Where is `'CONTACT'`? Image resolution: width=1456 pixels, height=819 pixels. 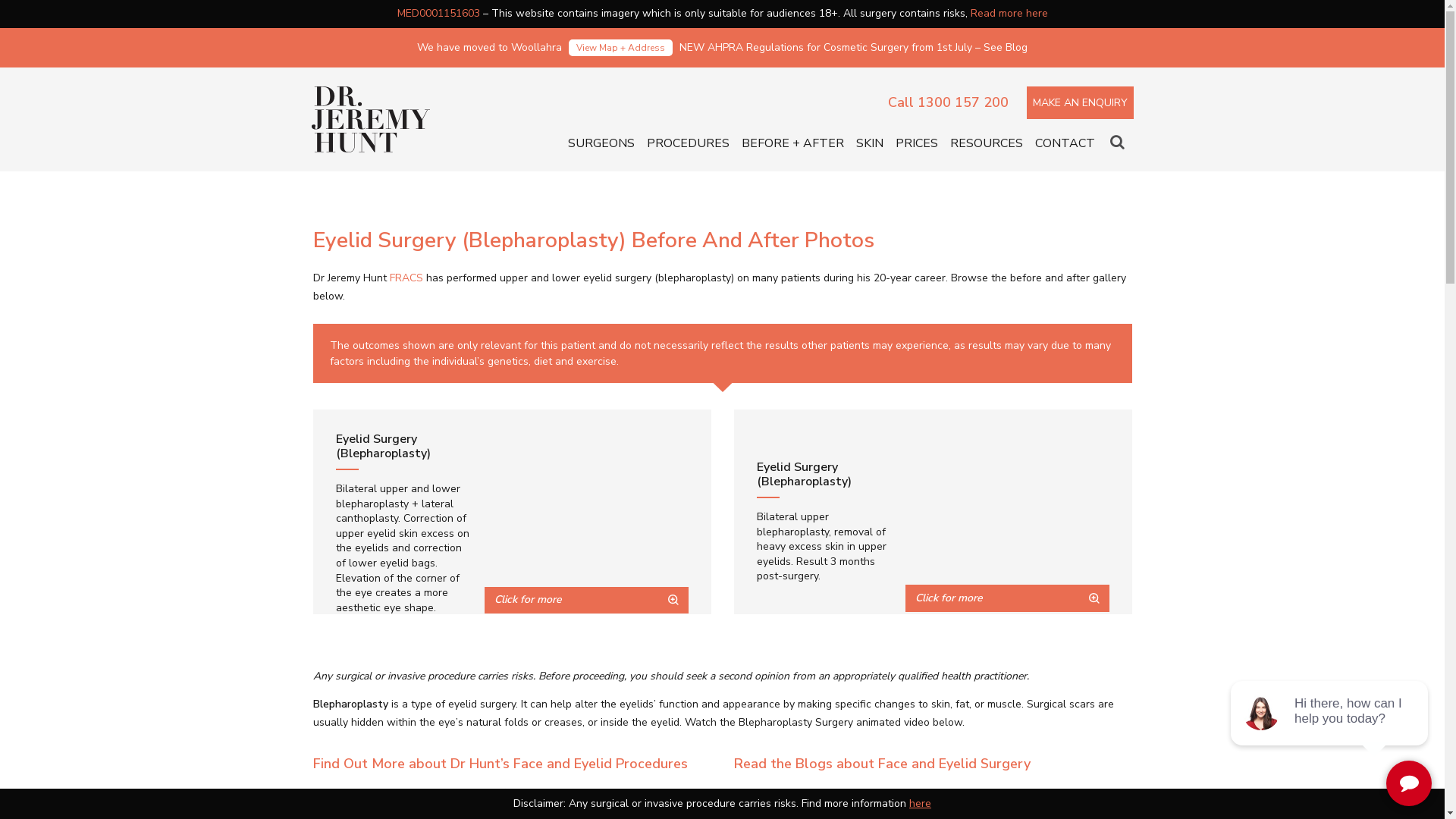 'CONTACT' is located at coordinates (1063, 143).